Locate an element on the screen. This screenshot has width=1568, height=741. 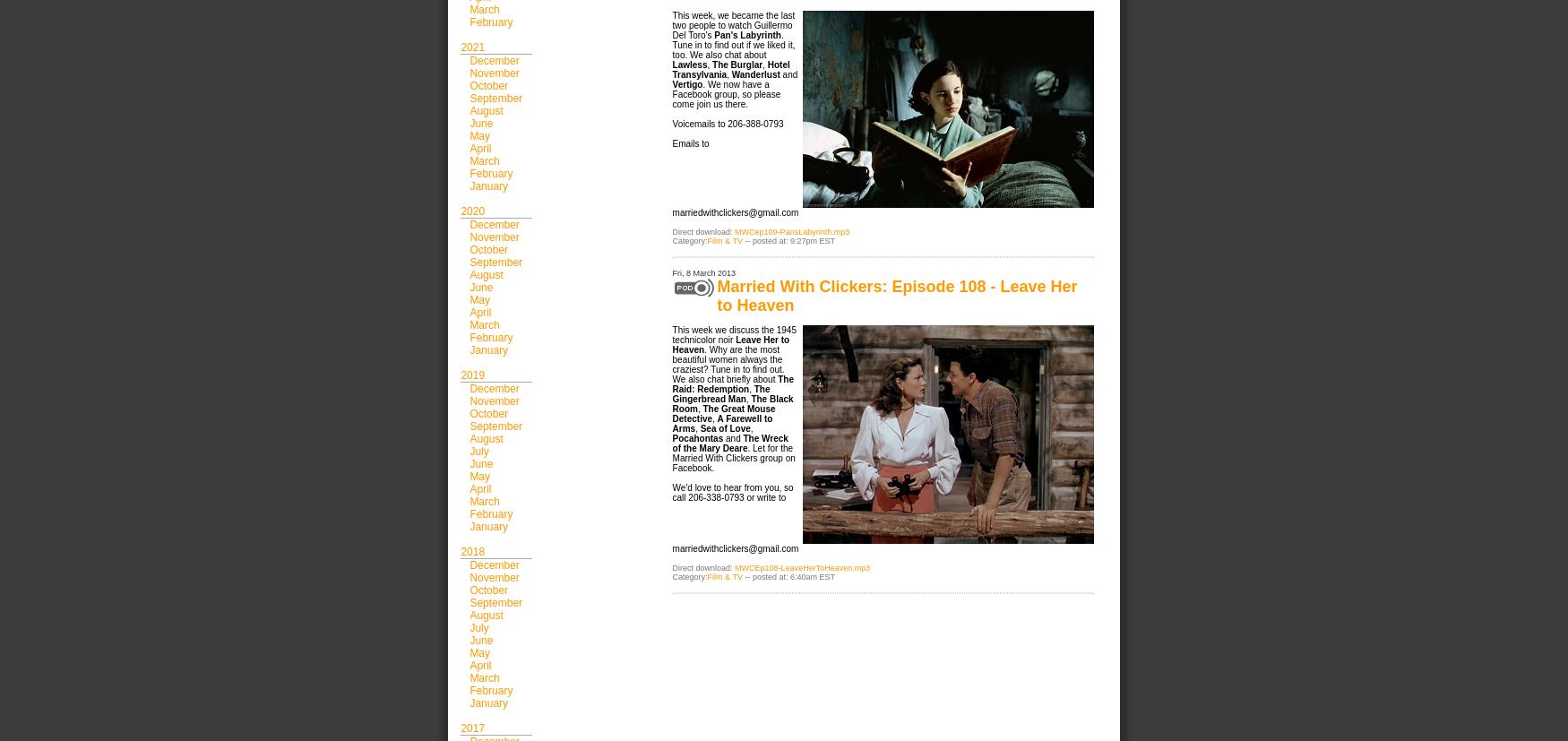
'The Burglar' is located at coordinates (711, 65).